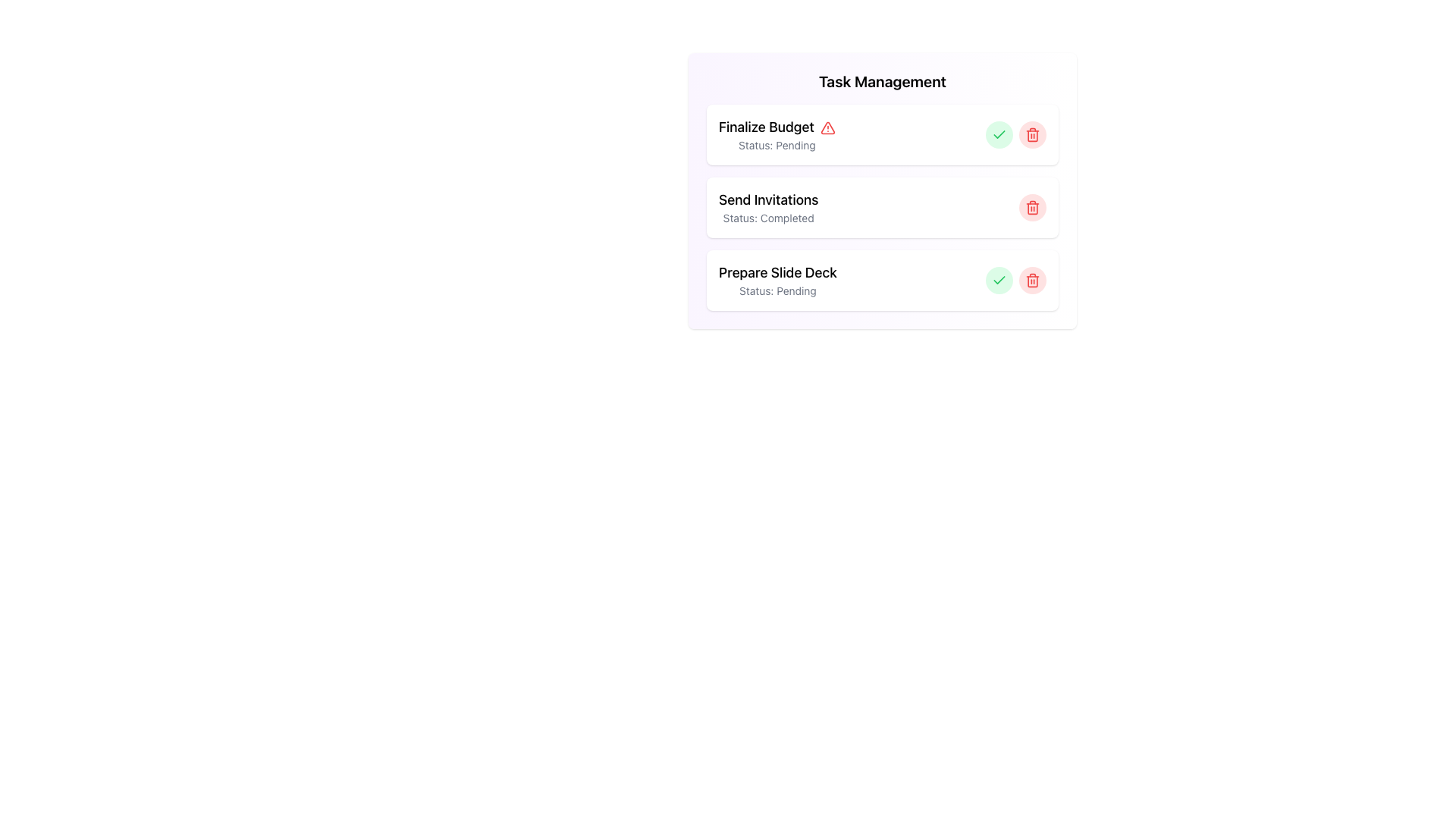 This screenshot has height=819, width=1456. Describe the element at coordinates (777, 281) in the screenshot. I see `the third task item in the Task Management section, which displays the title 'Prepare Slide Deck' and its status as 'pending'` at that location.